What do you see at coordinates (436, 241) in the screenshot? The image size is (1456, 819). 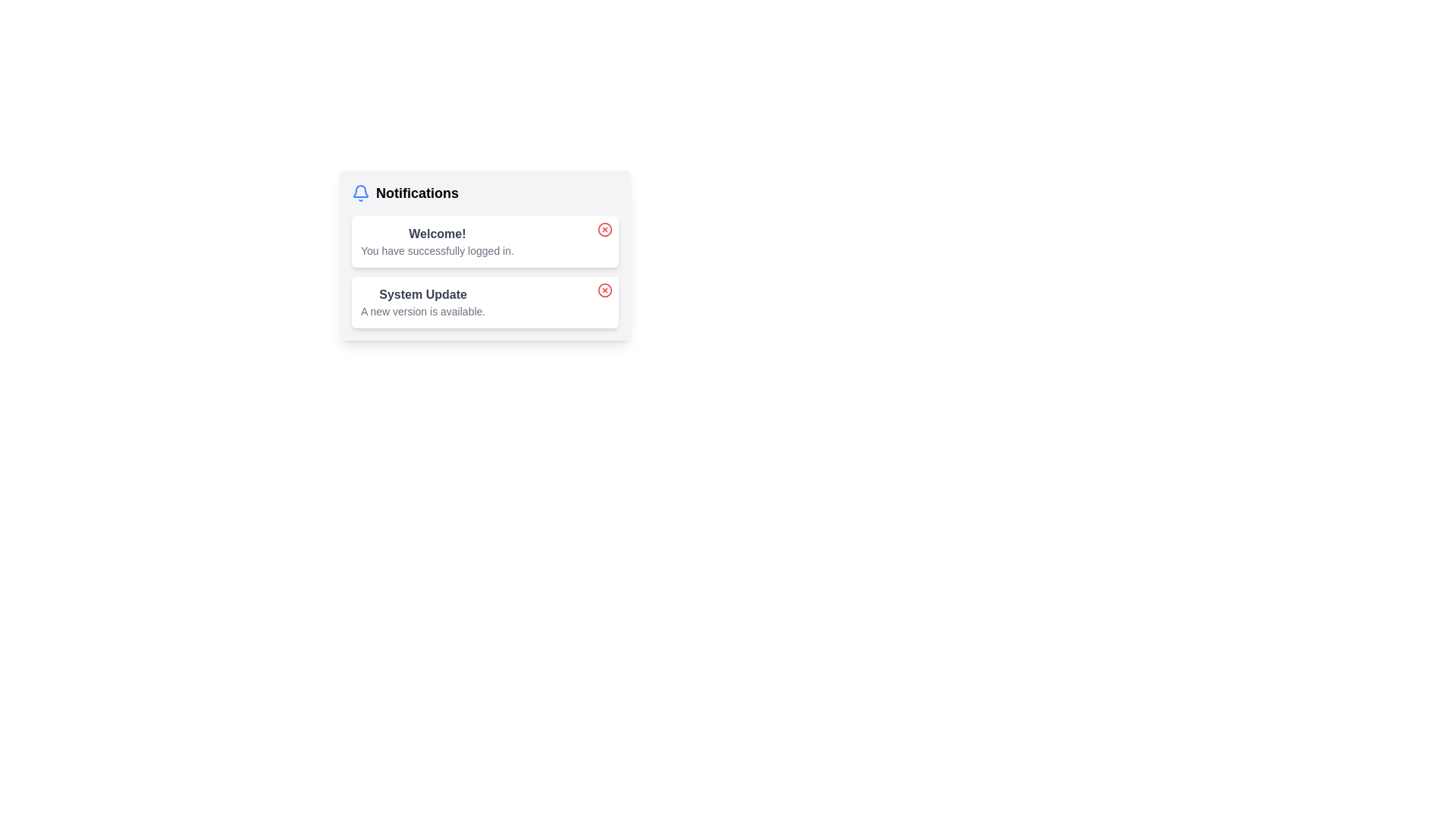 I see `the static text block that serves as a notification message indicating successful login, located in the central area of the notifications section` at bounding box center [436, 241].